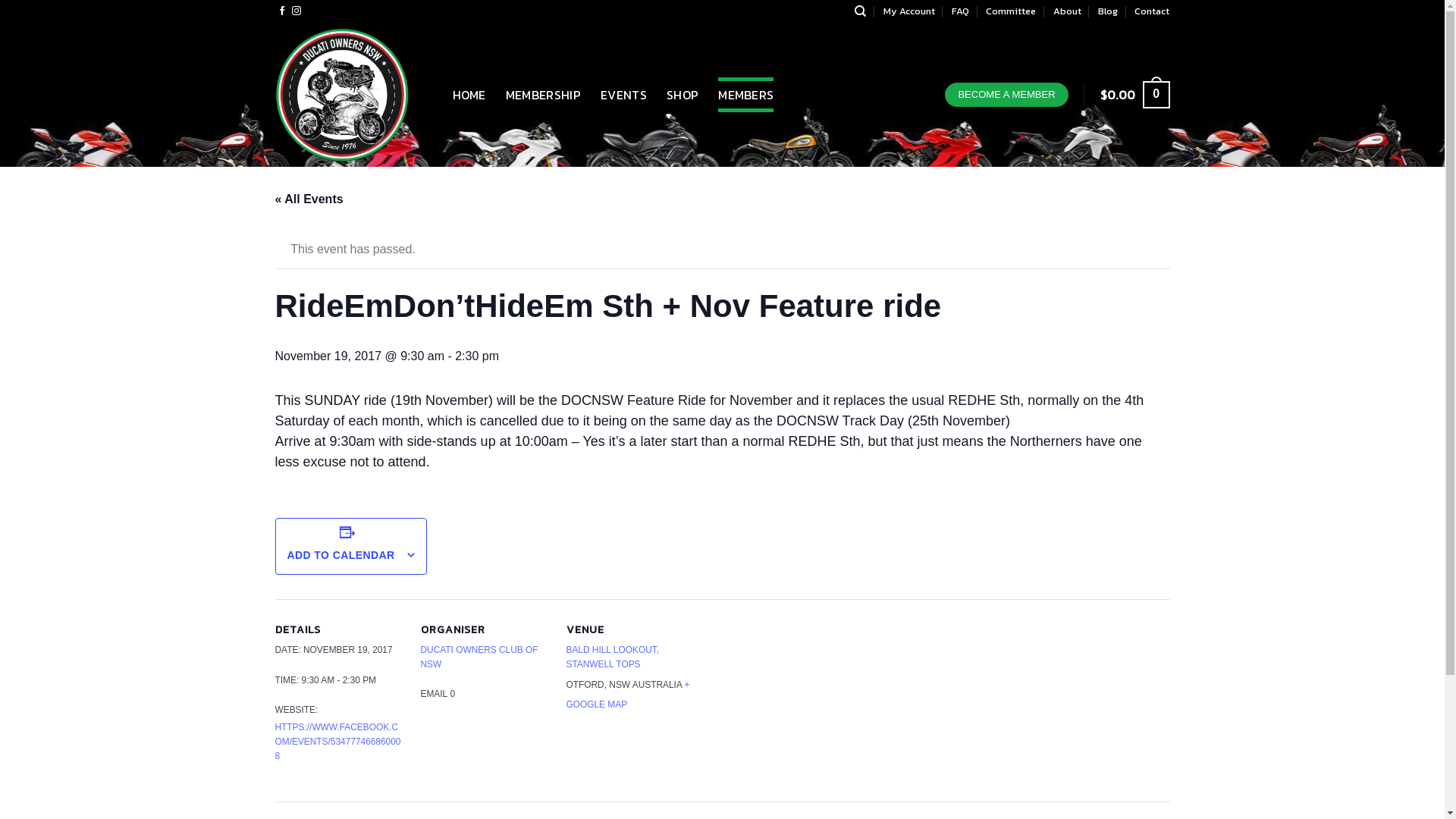  I want to click on 'EVENTS', so click(623, 94).